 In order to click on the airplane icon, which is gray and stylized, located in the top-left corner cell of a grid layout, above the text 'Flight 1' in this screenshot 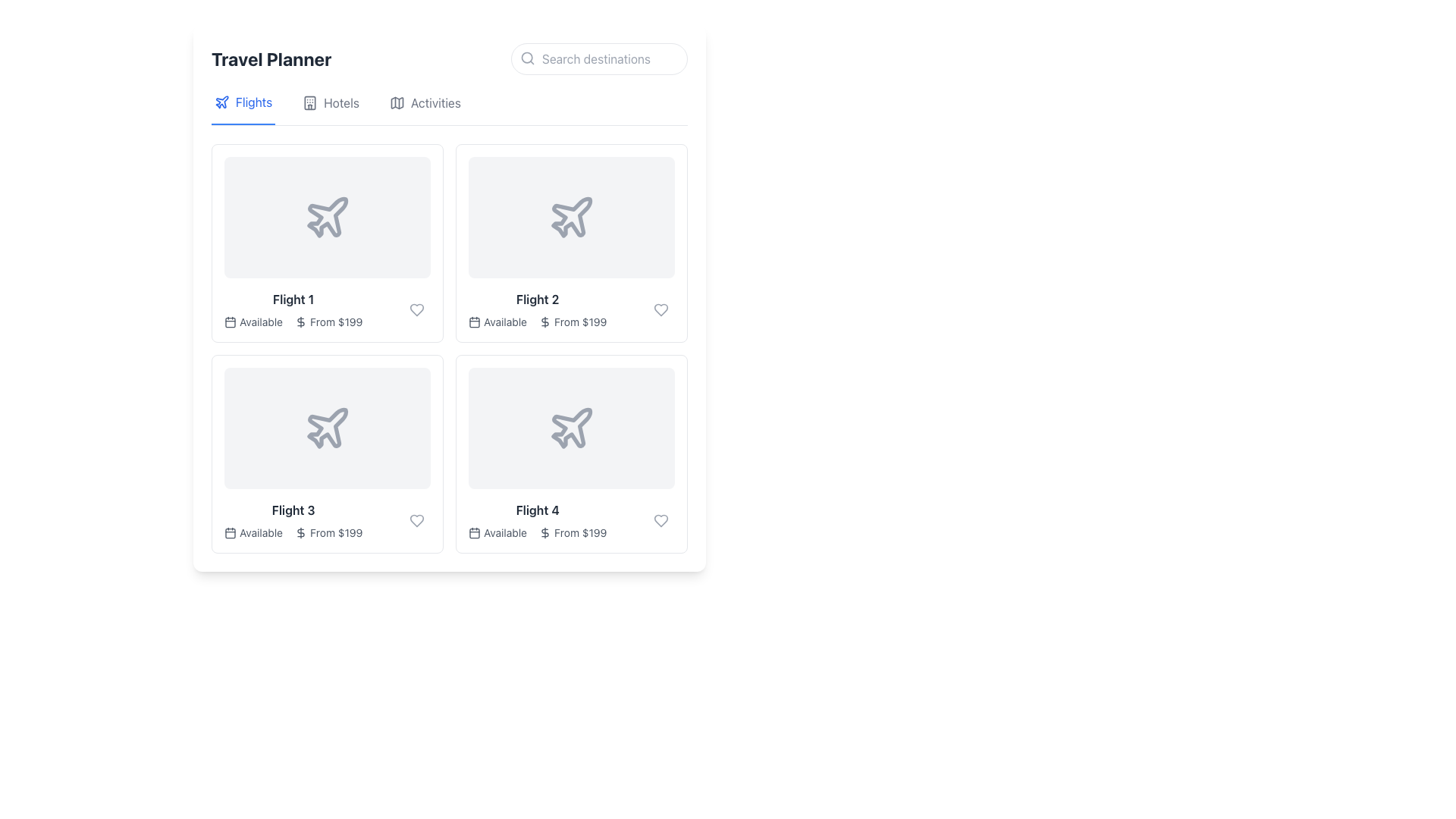, I will do `click(327, 217)`.